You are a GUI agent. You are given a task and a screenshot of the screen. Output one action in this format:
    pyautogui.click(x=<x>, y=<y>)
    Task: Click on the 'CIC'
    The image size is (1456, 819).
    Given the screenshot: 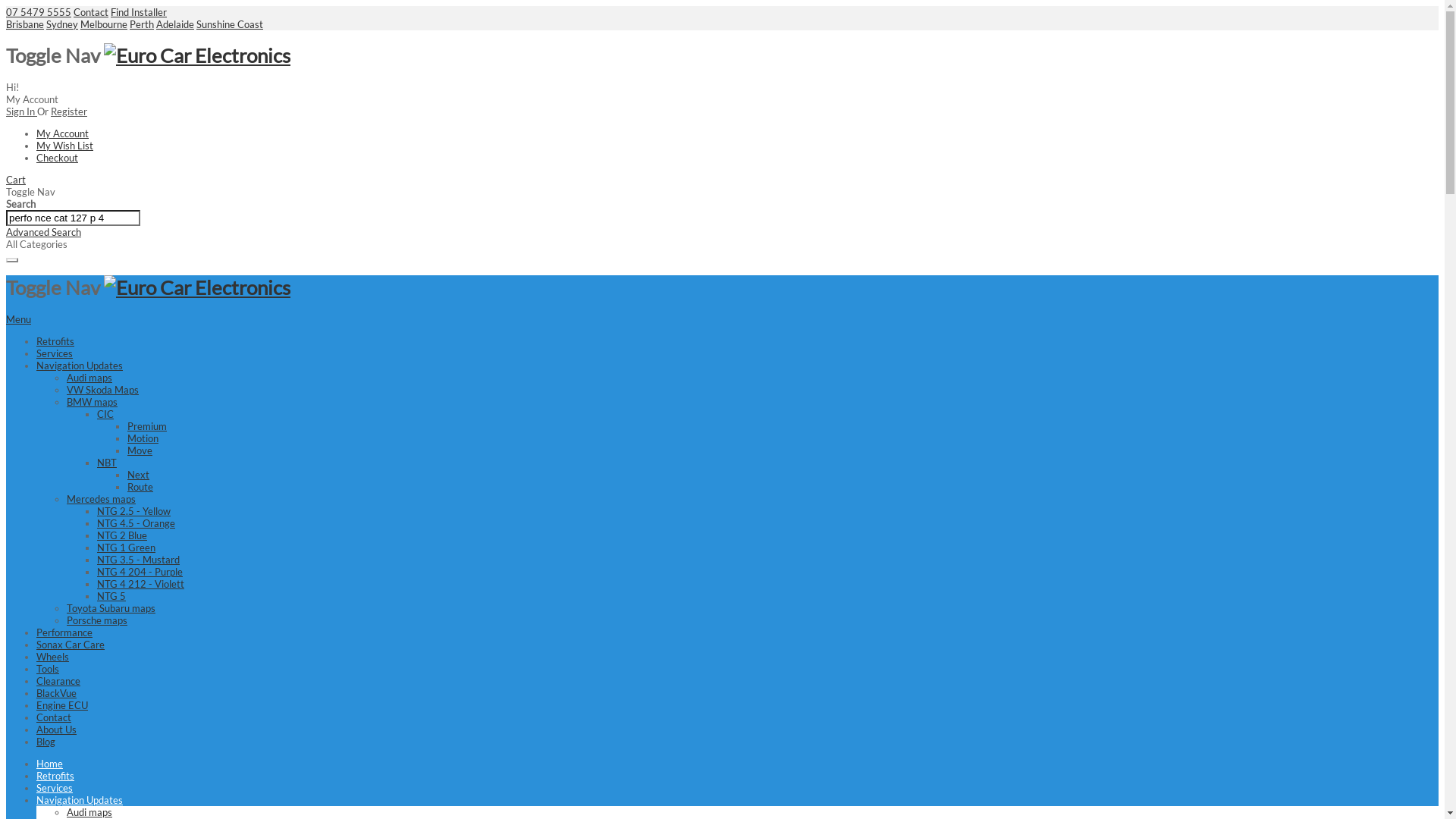 What is the action you would take?
    pyautogui.click(x=105, y=414)
    